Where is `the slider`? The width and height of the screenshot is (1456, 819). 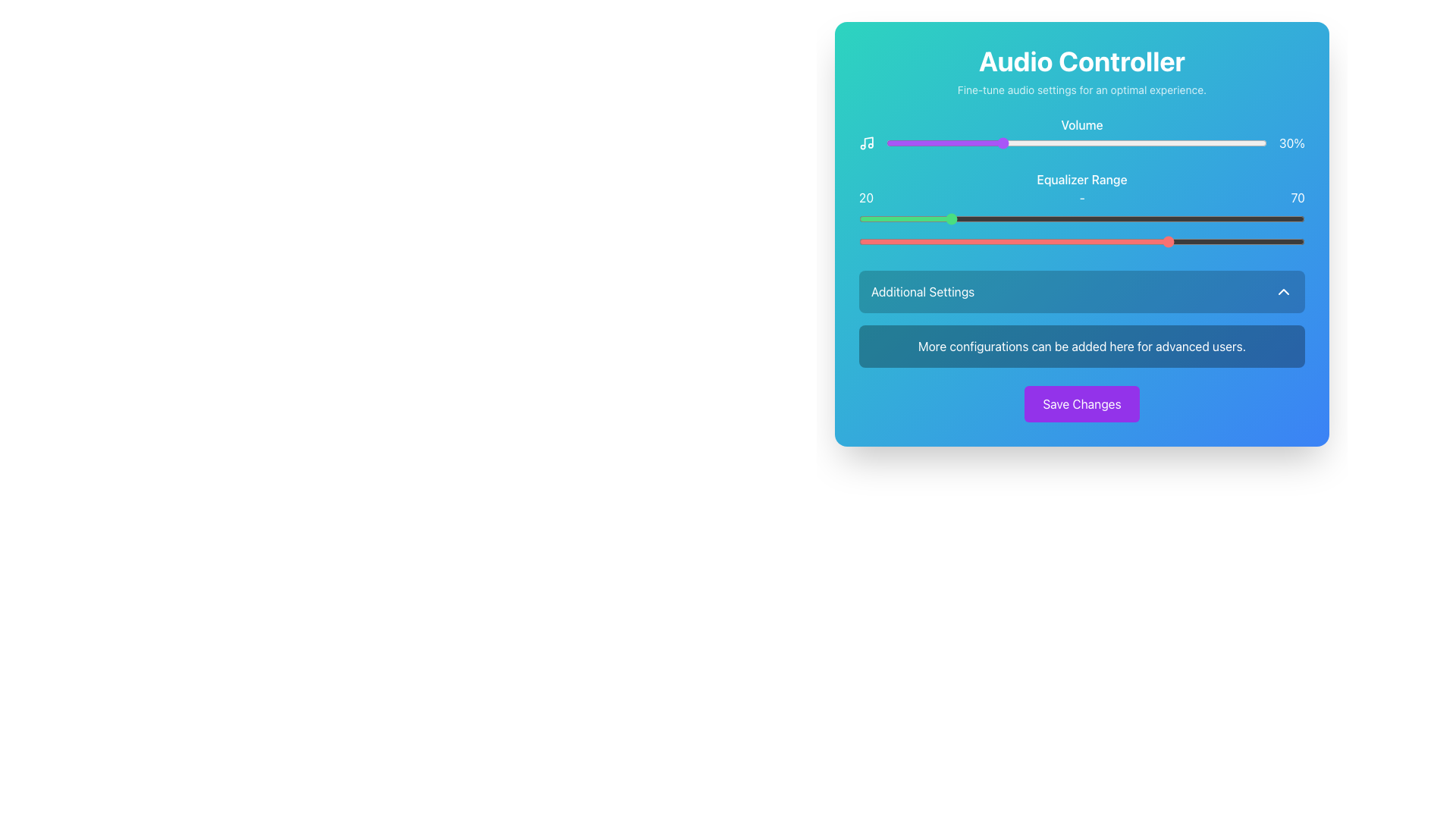 the slider is located at coordinates (898, 143).